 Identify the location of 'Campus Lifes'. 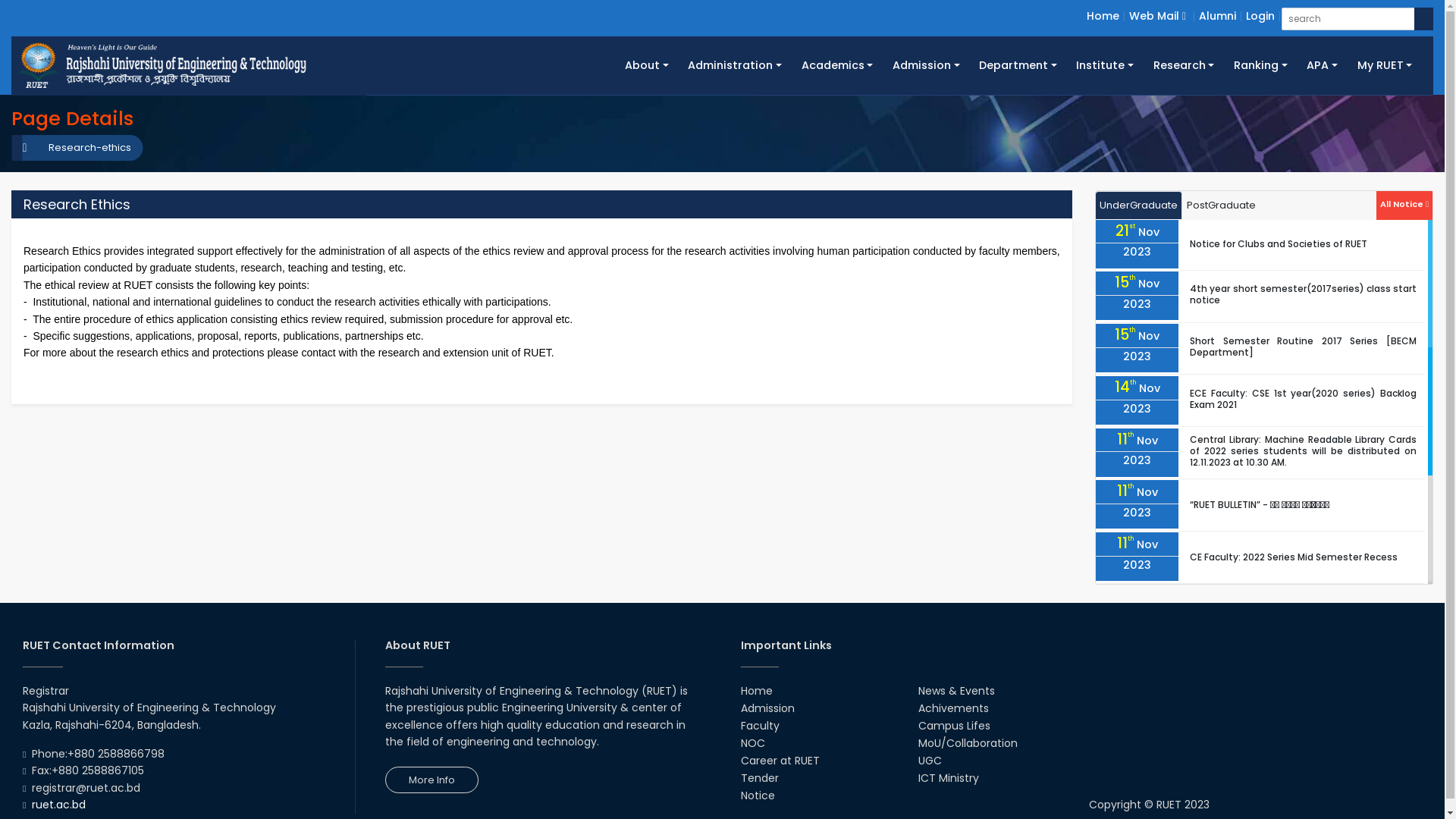
(953, 724).